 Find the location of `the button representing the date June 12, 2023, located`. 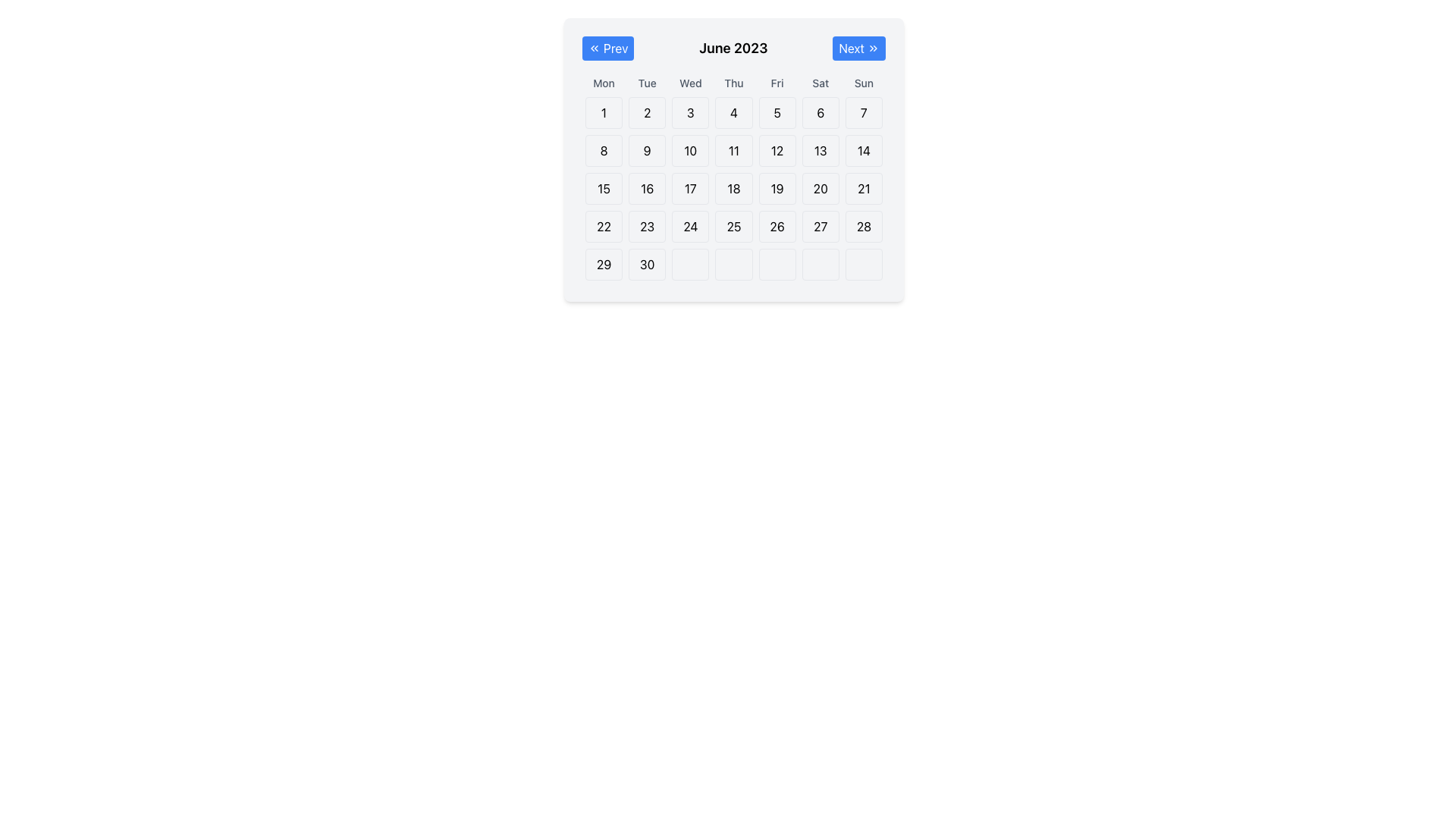

the button representing the date June 12, 2023, located is located at coordinates (777, 151).